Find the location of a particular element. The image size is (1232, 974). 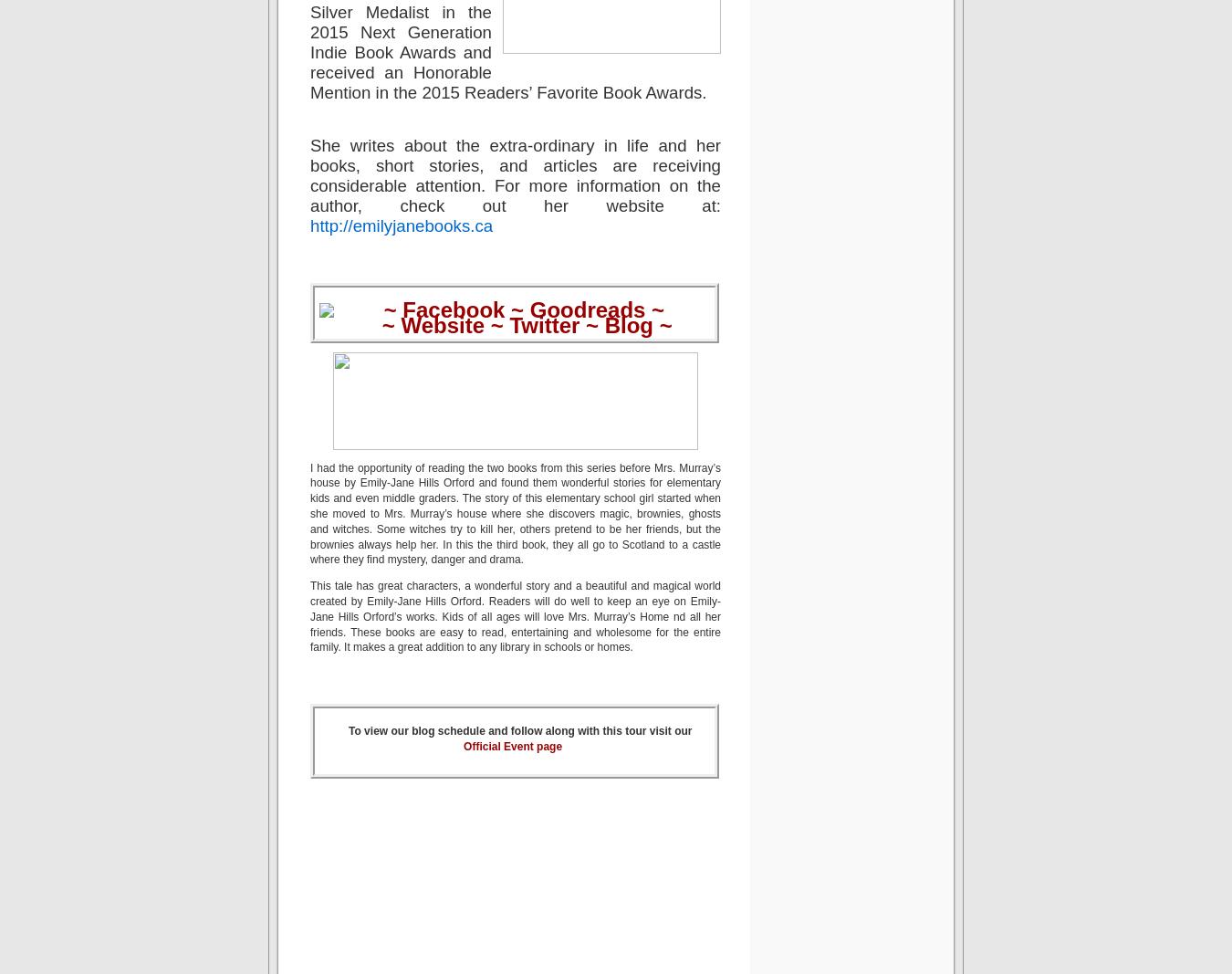

'To view our blog schedule and follow along with this tour visit our' is located at coordinates (519, 729).